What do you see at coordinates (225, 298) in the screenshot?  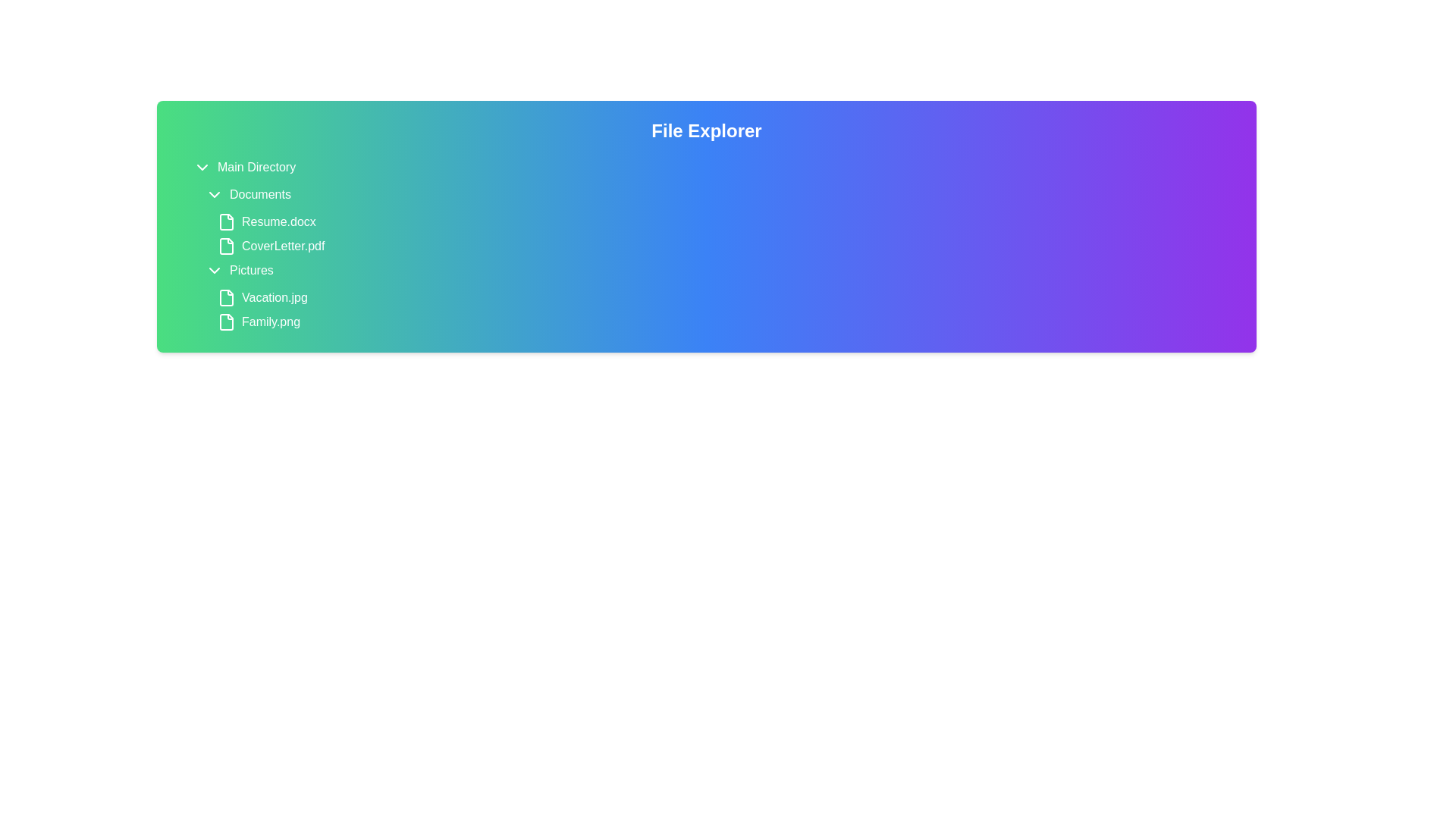 I see `the graphical icon representing the 'Vacation.jpg' file type, located next to the text in the 'Pictures' folder` at bounding box center [225, 298].